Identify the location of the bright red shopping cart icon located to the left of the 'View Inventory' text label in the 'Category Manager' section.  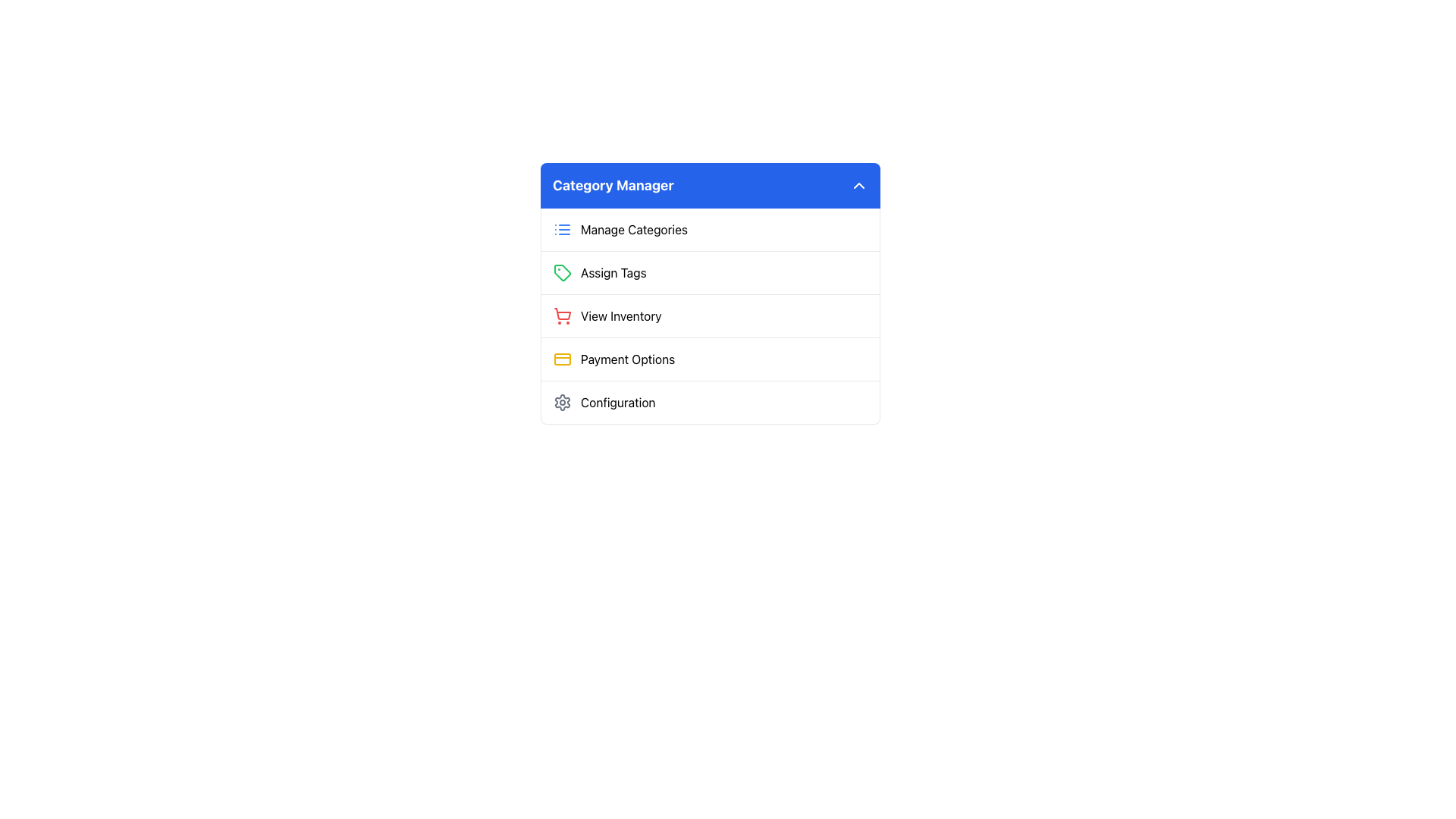
(562, 313).